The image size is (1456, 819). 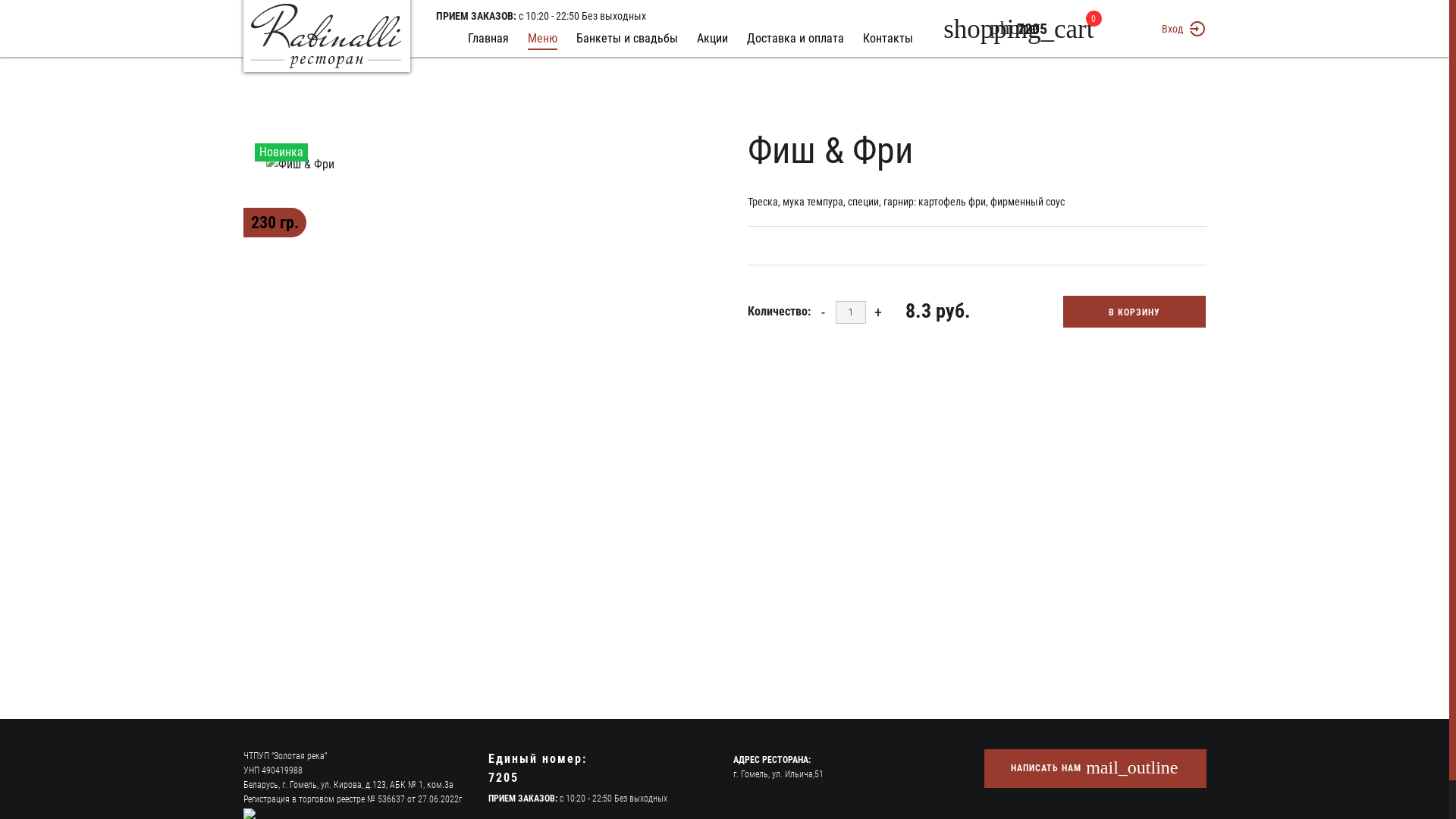 I want to click on '-', so click(x=821, y=312).